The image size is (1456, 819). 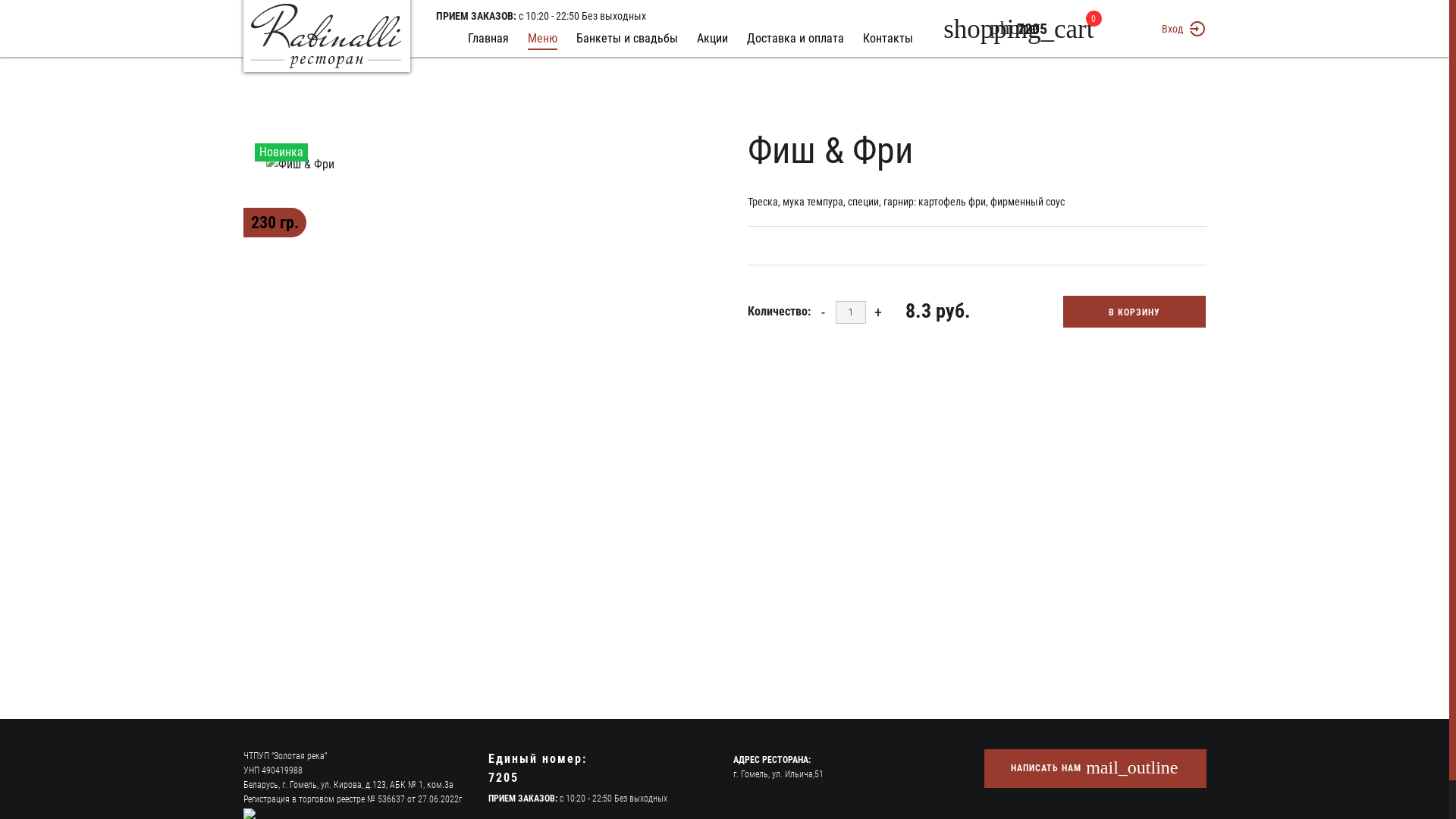 I want to click on '-', so click(x=821, y=312).